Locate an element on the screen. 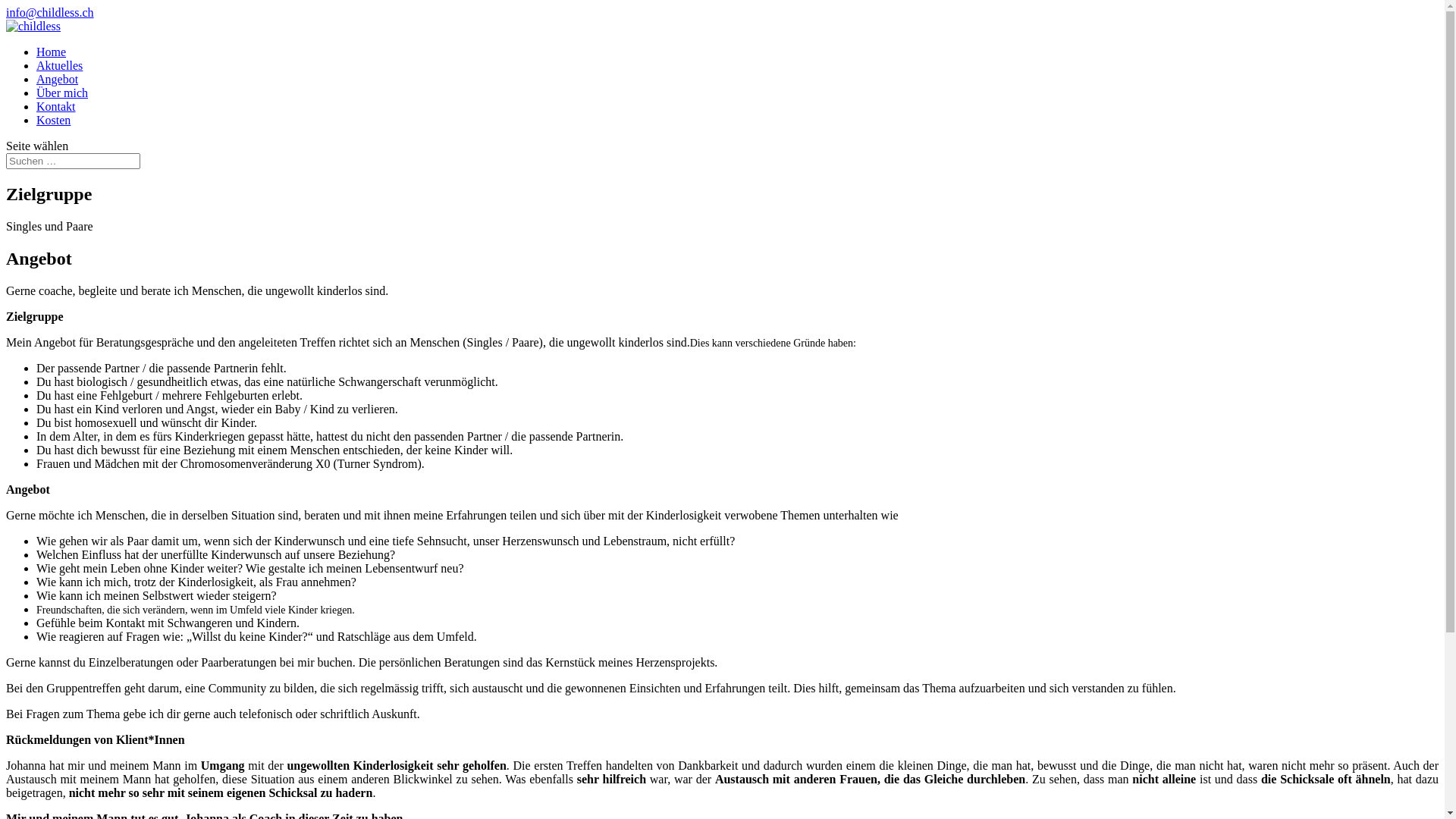 The image size is (1456, 819). 'info@childless.ch' is located at coordinates (6, 12).